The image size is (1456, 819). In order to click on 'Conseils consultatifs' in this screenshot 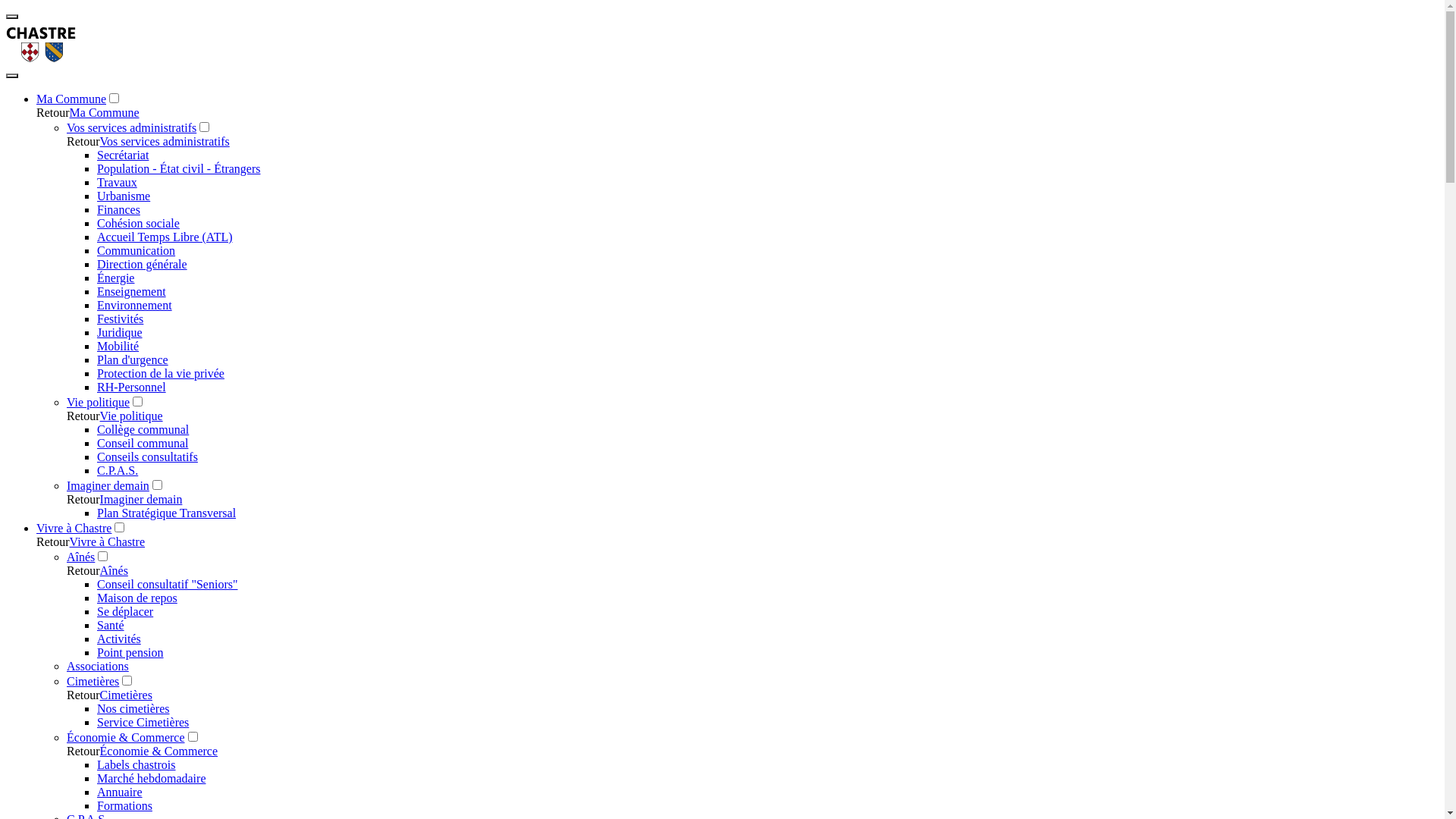, I will do `click(96, 456)`.